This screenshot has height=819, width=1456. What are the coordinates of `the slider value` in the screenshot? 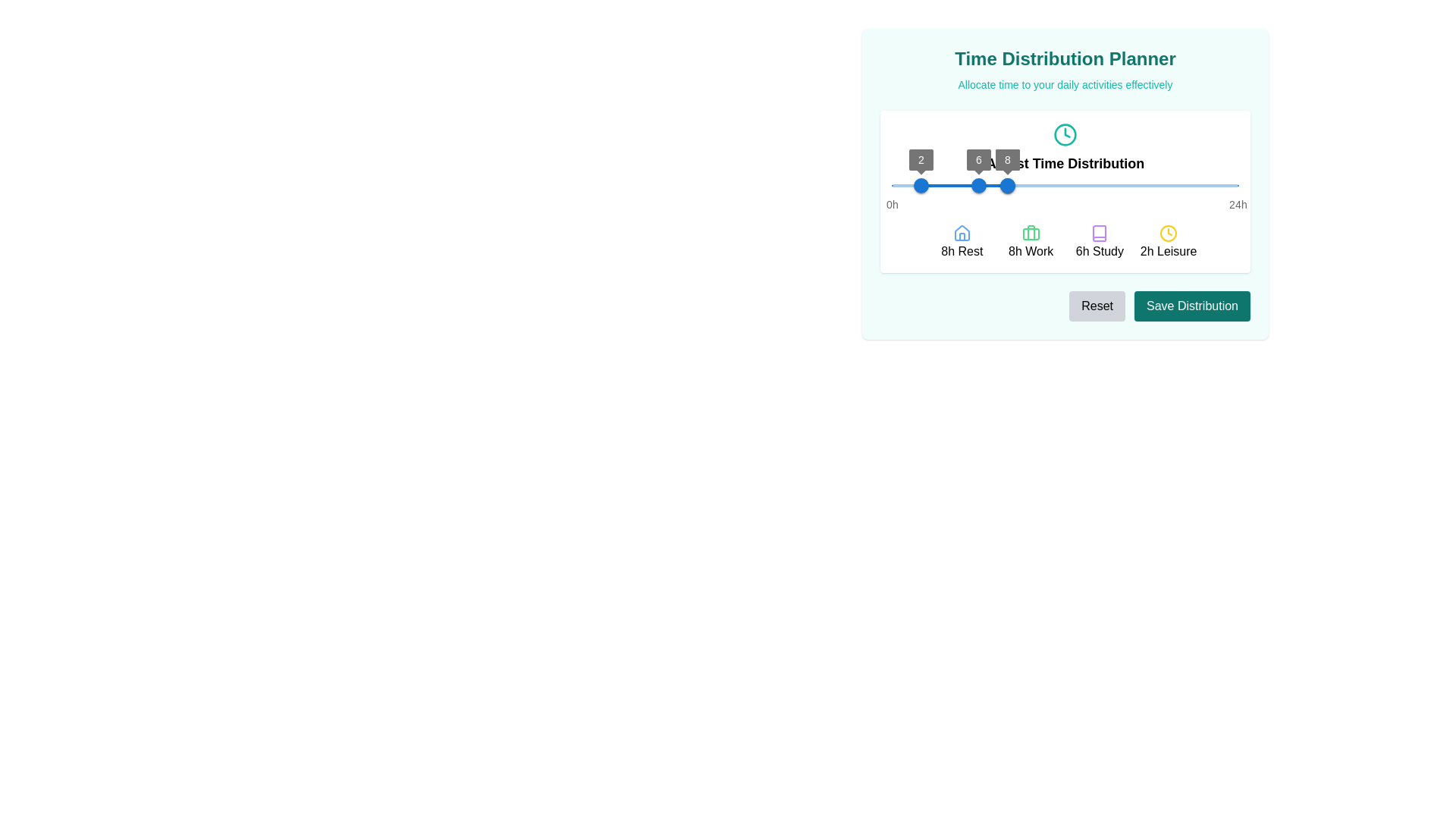 It's located at (916, 185).